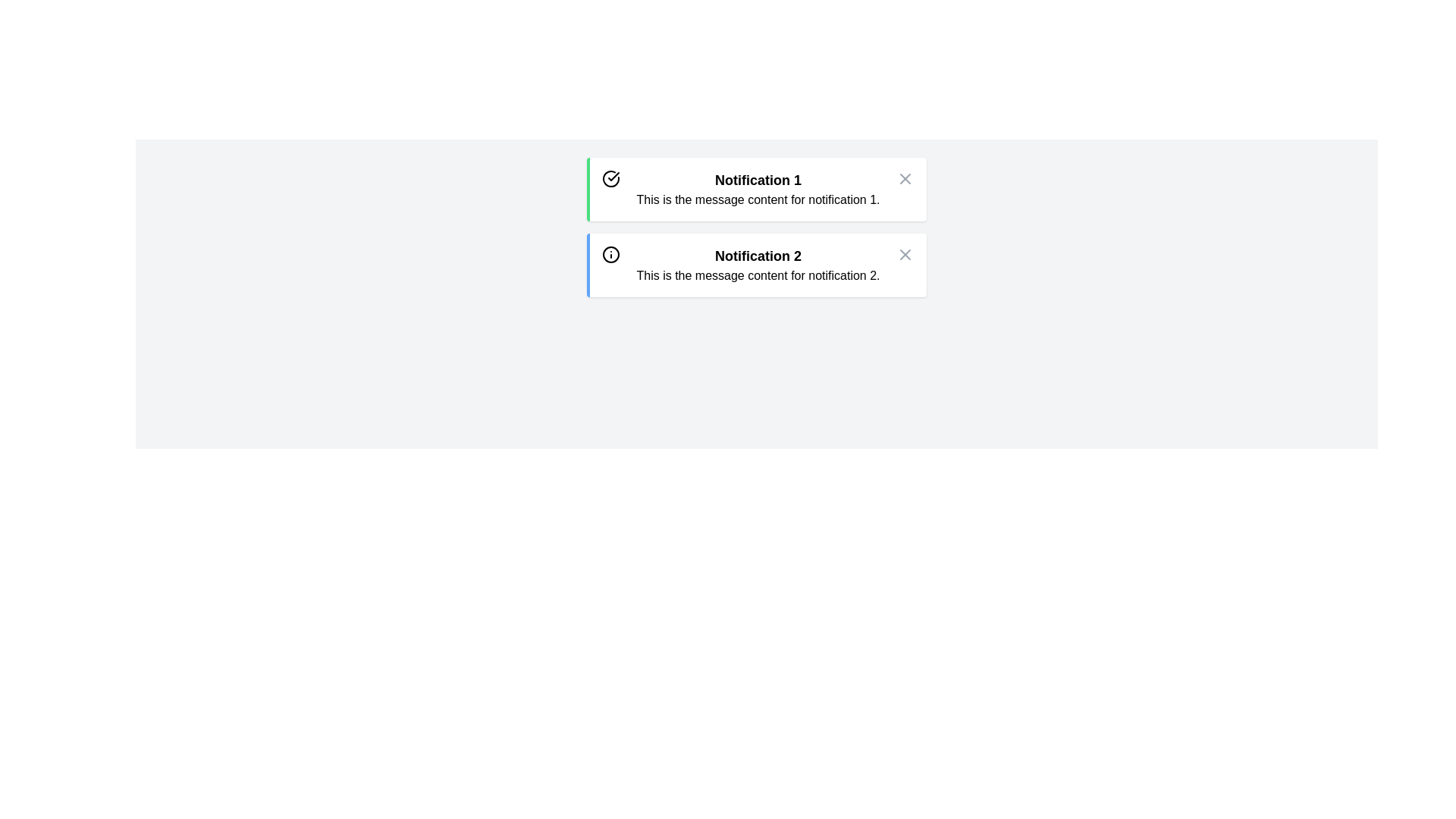 This screenshot has height=819, width=1456. I want to click on the Notification Box with bold text saying 'Notification 2', so click(757, 265).